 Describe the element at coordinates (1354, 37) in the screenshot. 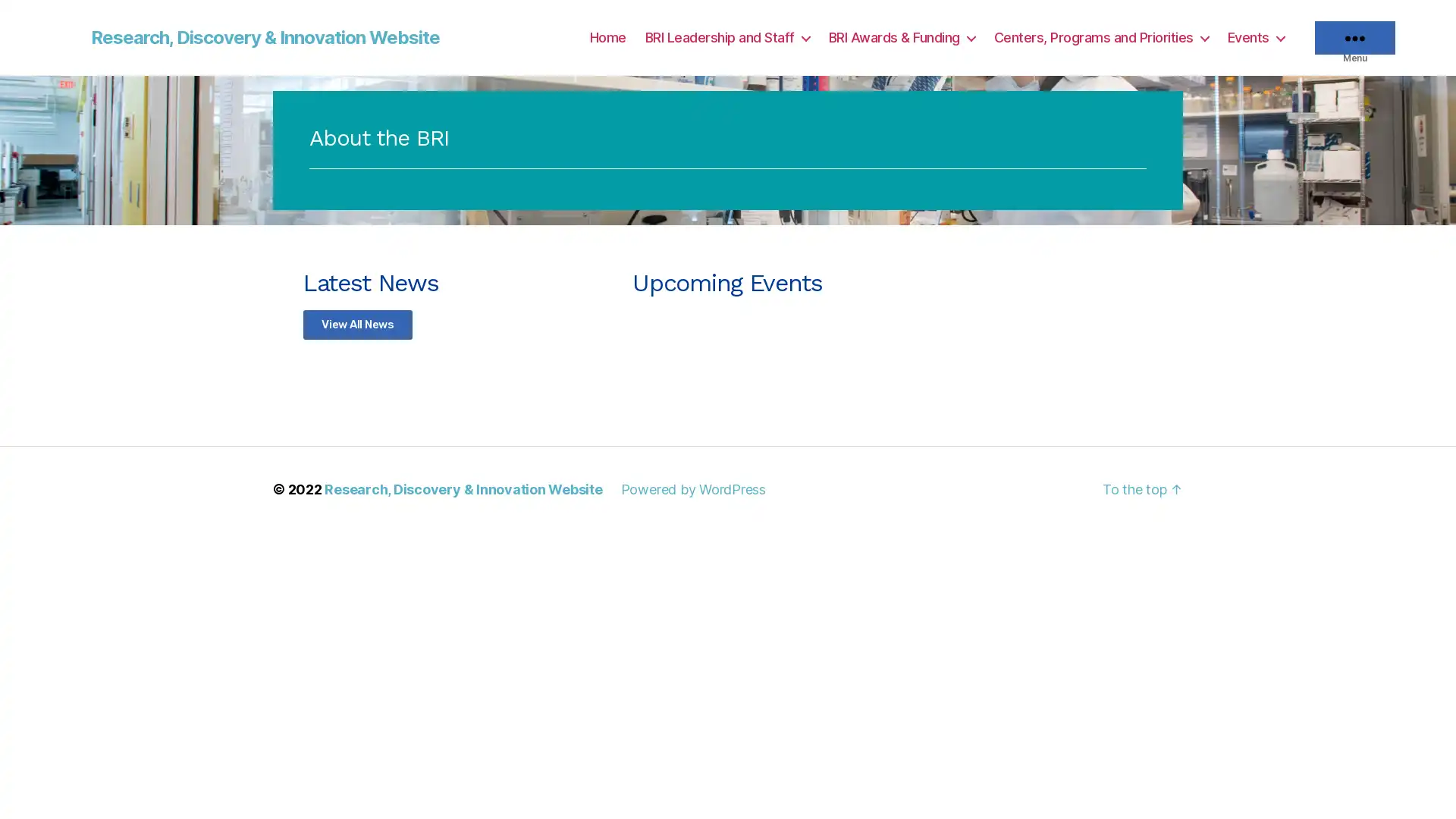

I see `Menu` at that location.